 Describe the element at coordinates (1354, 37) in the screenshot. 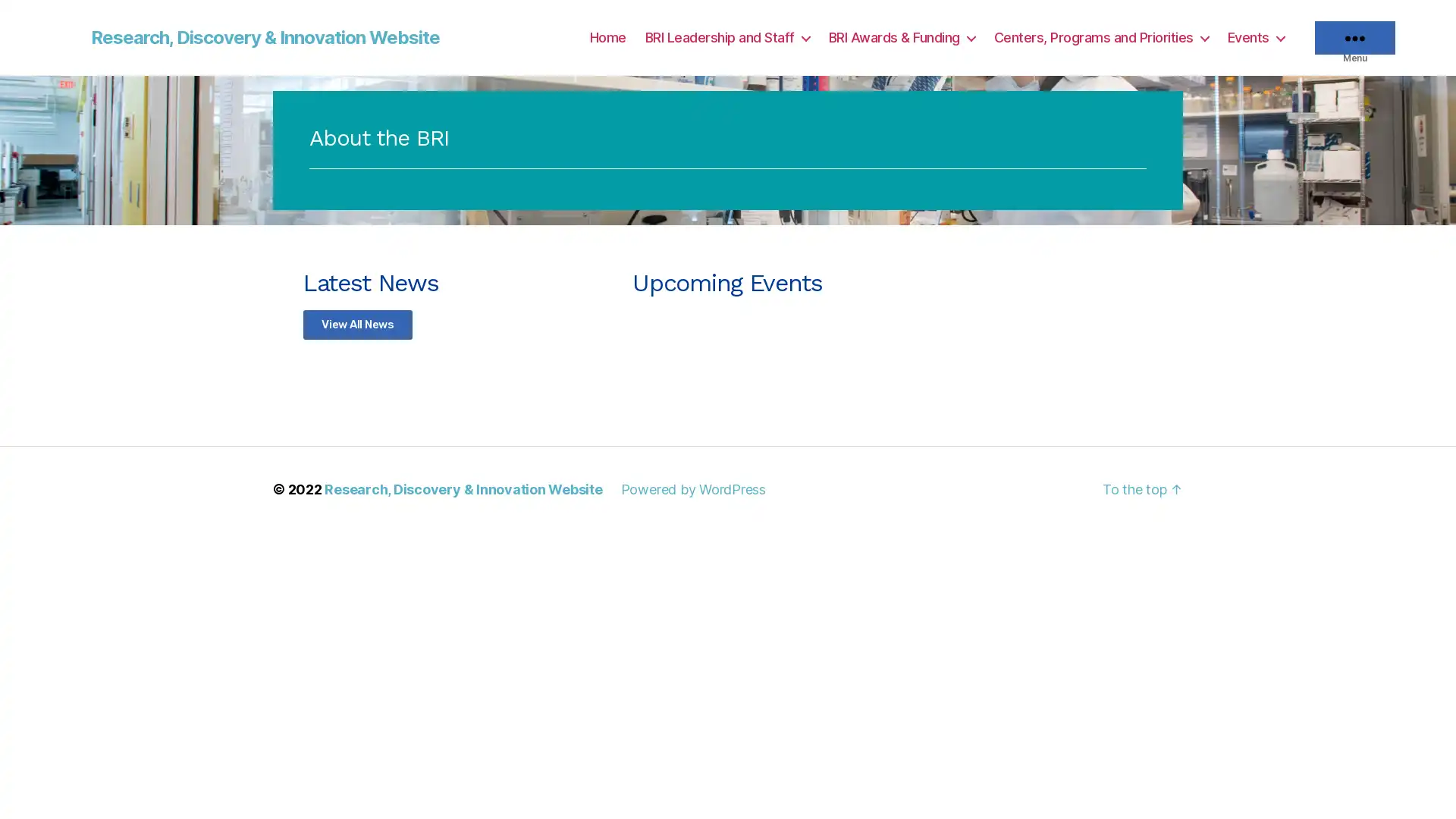

I see `Menu` at that location.